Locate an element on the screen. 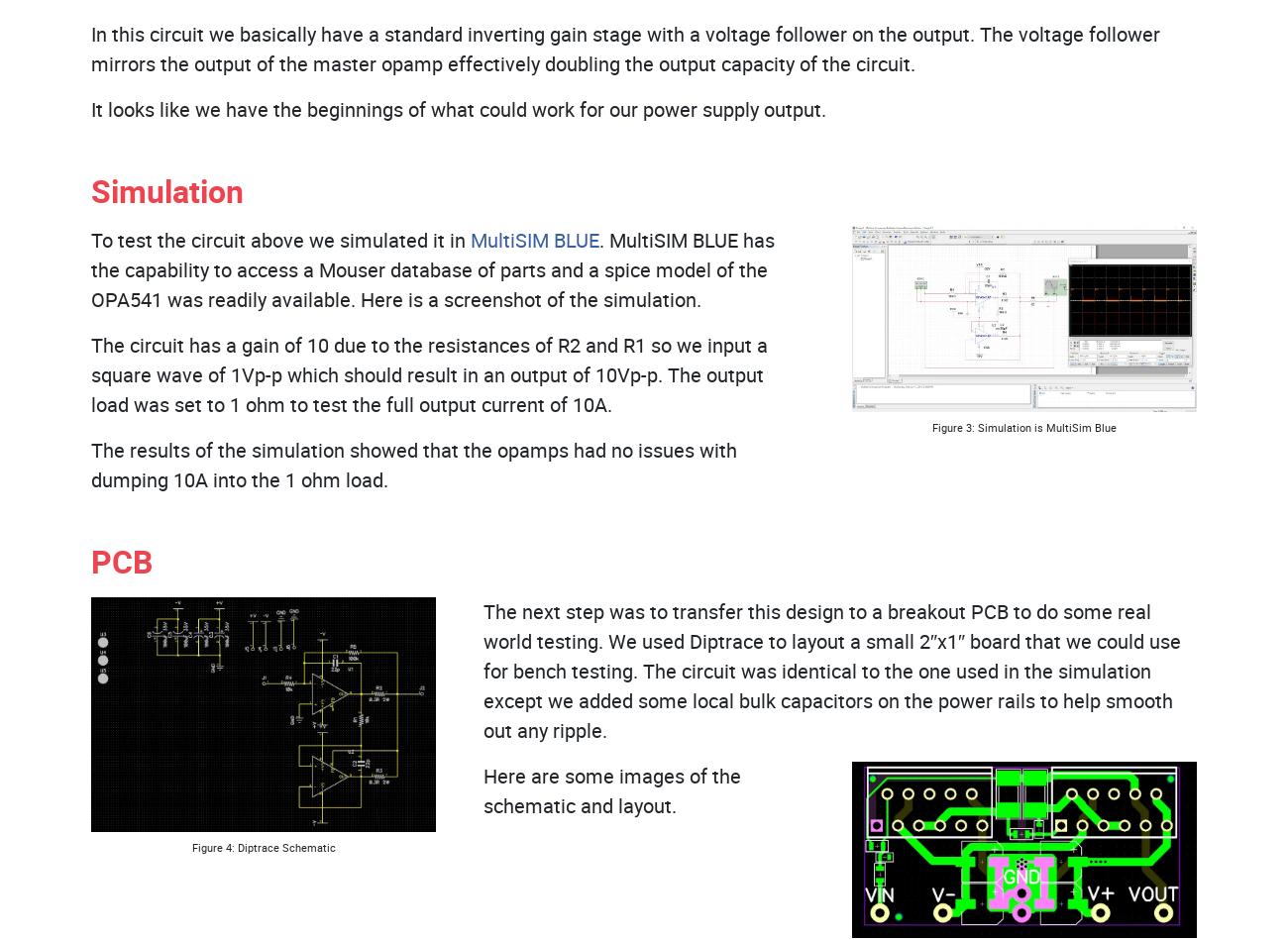  'Houston Headquarters:' is located at coordinates (852, 151).